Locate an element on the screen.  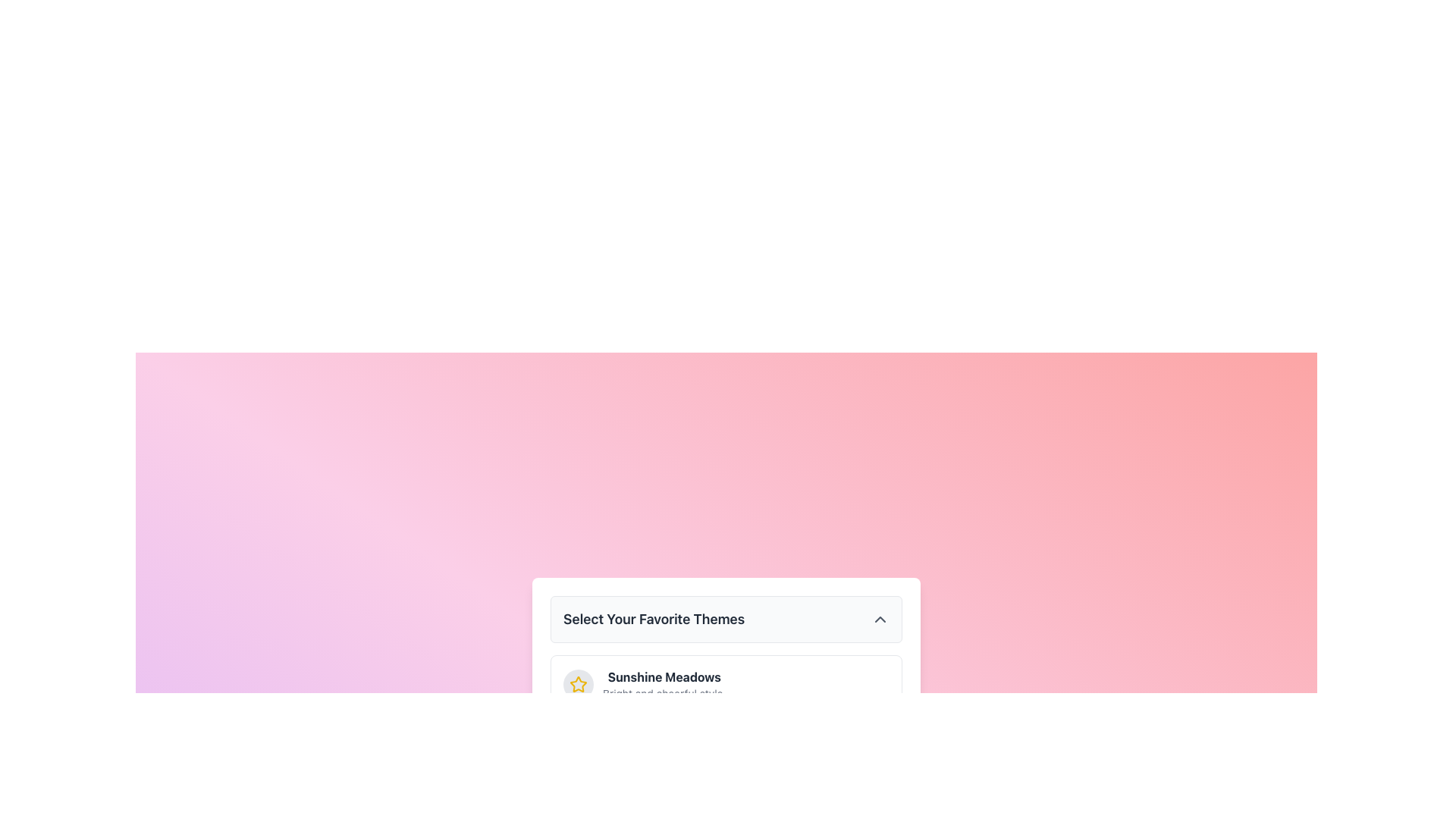
the star icon inside the circular button to favorite or rate 'Sunshine Meadows' is located at coordinates (578, 684).